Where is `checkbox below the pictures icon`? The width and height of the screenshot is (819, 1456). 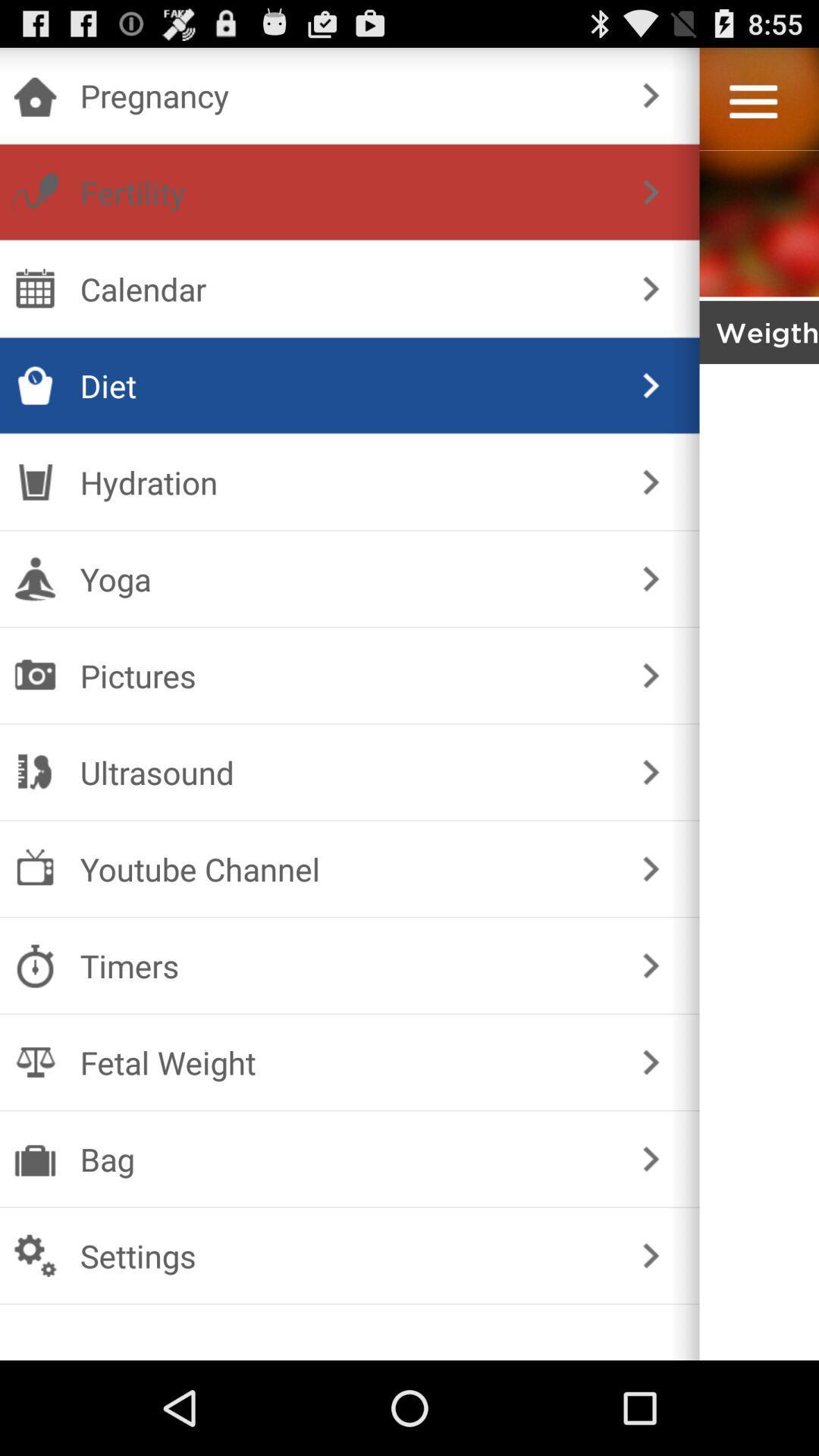 checkbox below the pictures icon is located at coordinates (347, 772).